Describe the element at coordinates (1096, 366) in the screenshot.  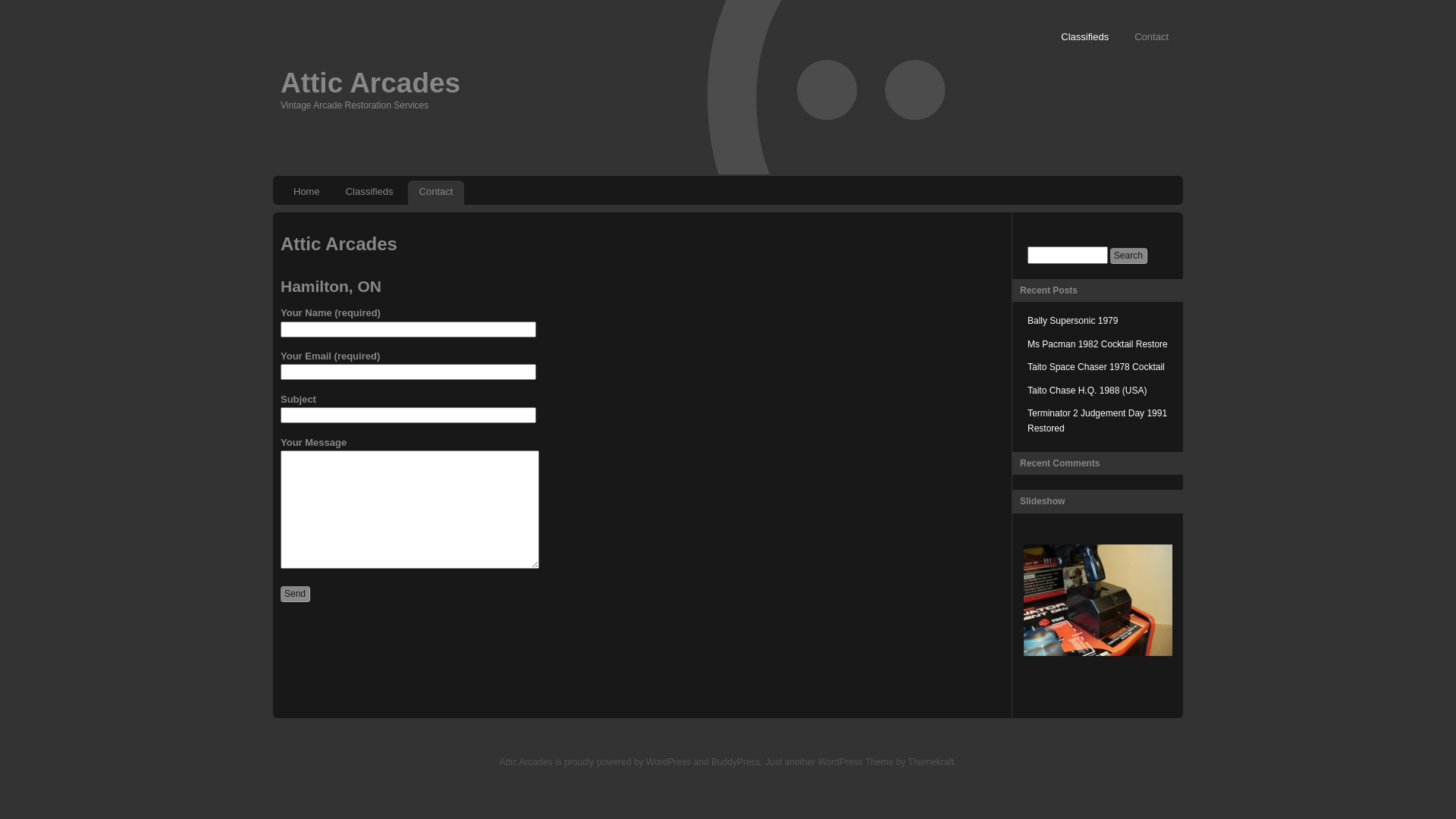
I see `'Taito Space Chaser 1978 Cocktail'` at that location.